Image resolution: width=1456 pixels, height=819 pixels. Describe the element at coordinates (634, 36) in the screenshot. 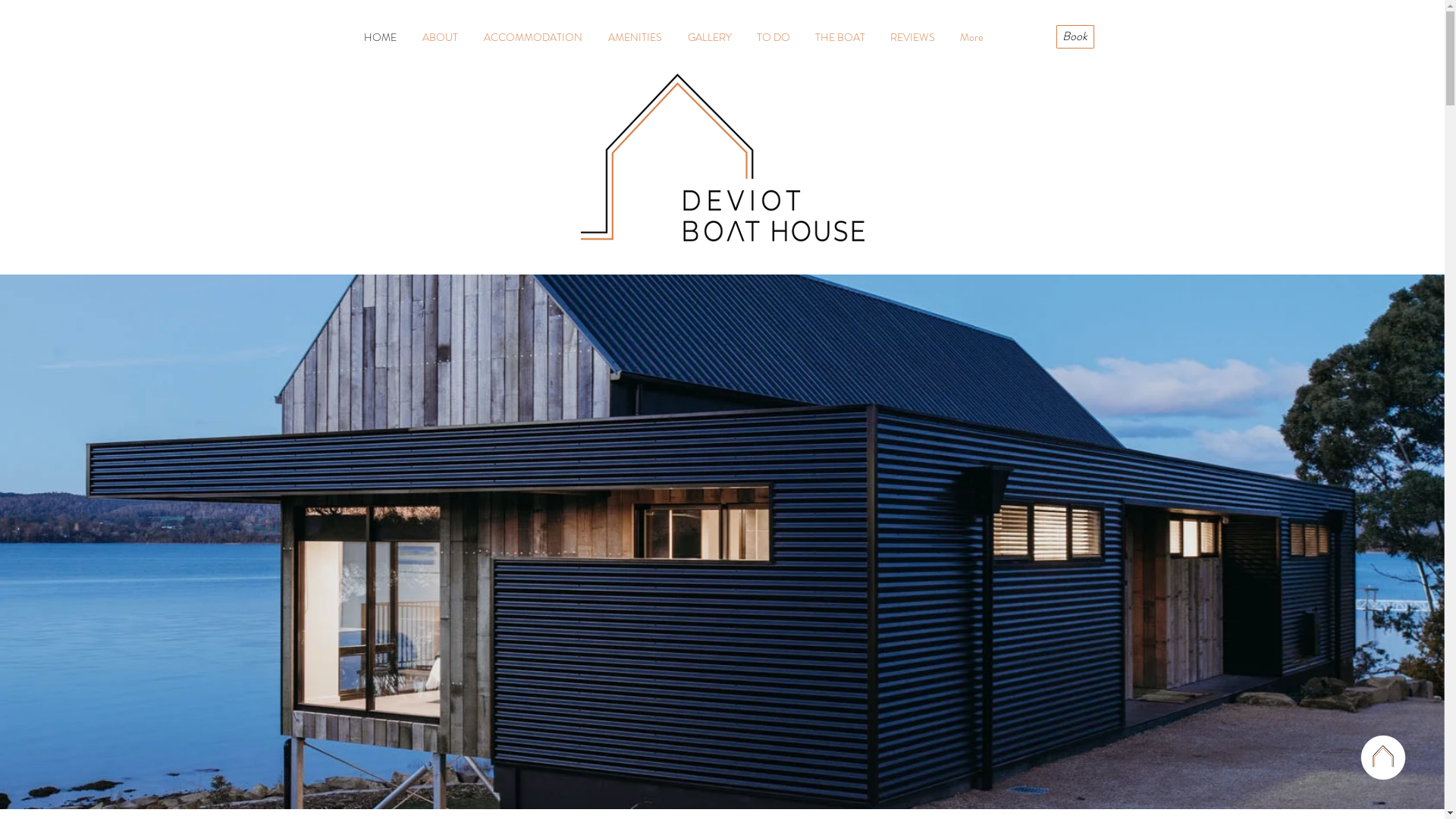

I see `'AMENITIES'` at that location.